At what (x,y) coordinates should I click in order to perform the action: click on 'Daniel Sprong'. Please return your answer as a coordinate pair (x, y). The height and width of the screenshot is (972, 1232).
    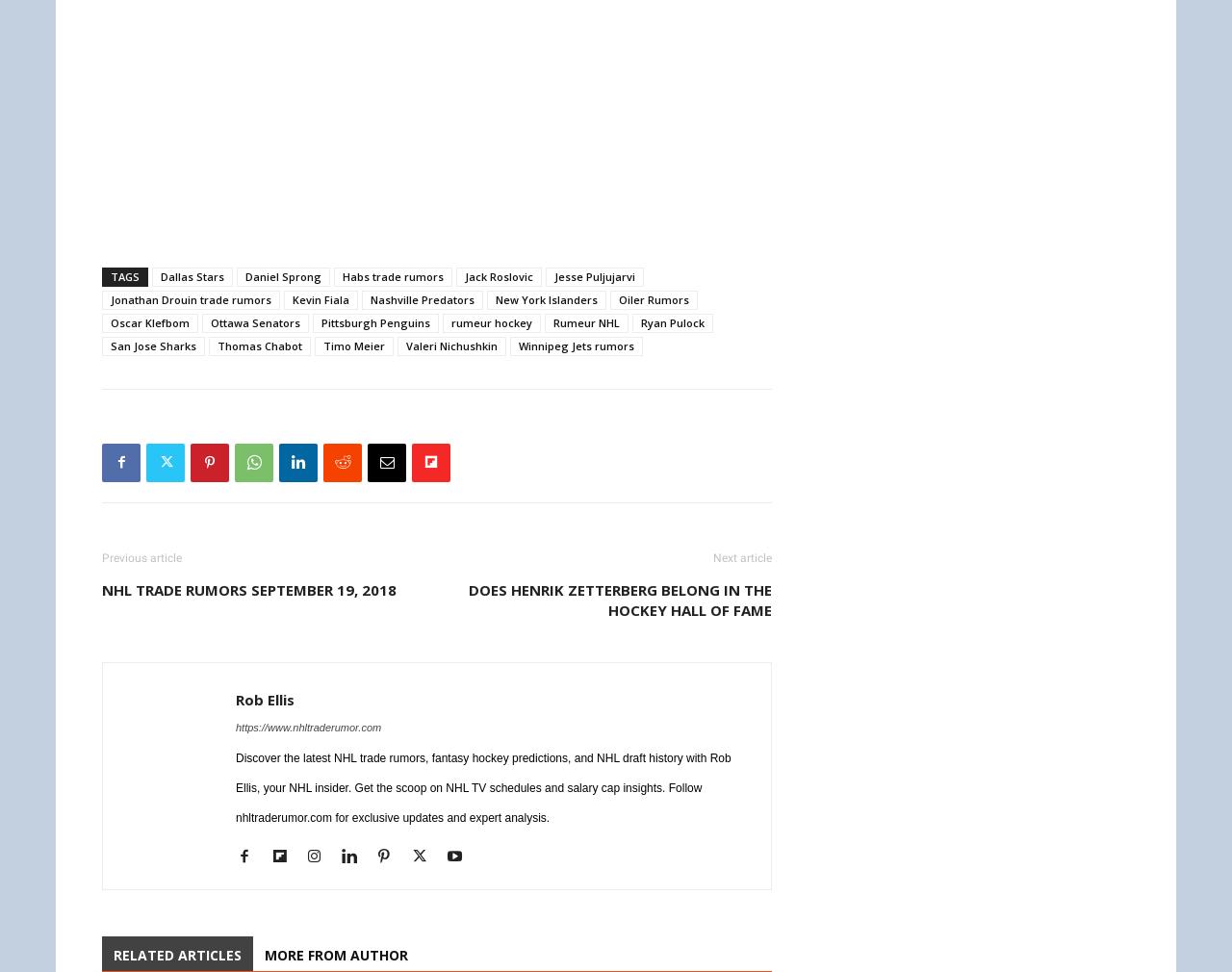
    Looking at the image, I should click on (282, 275).